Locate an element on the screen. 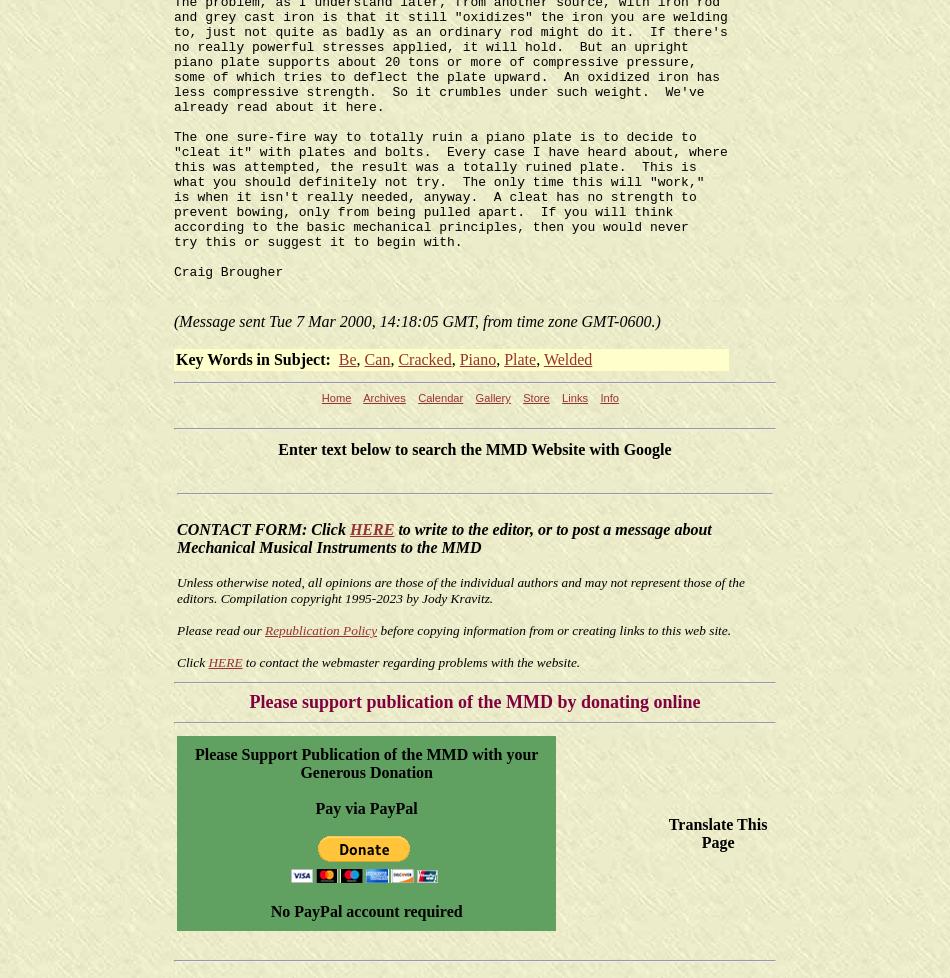  'Republication Policy' is located at coordinates (263, 630).